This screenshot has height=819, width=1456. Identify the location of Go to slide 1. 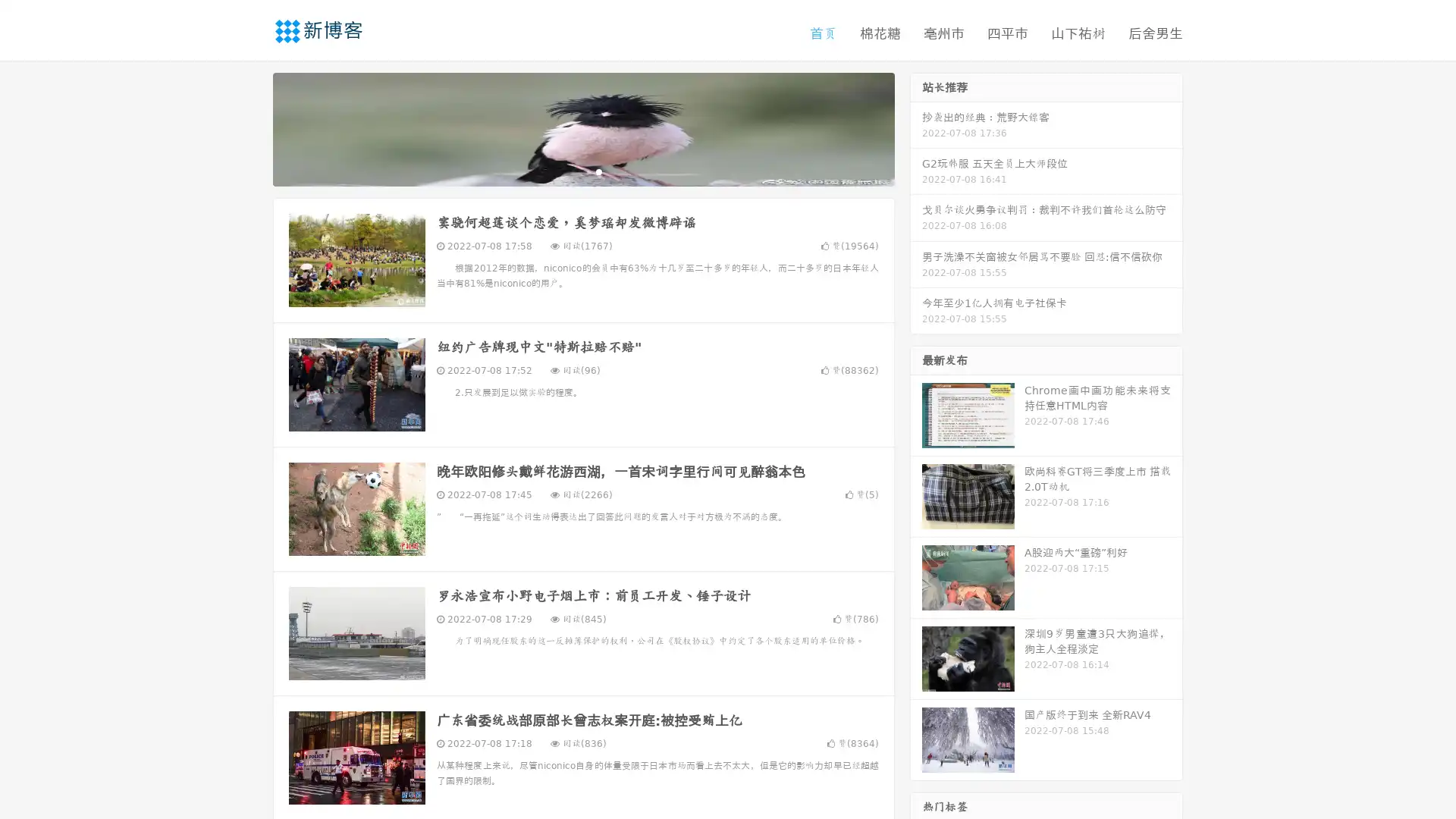
(567, 171).